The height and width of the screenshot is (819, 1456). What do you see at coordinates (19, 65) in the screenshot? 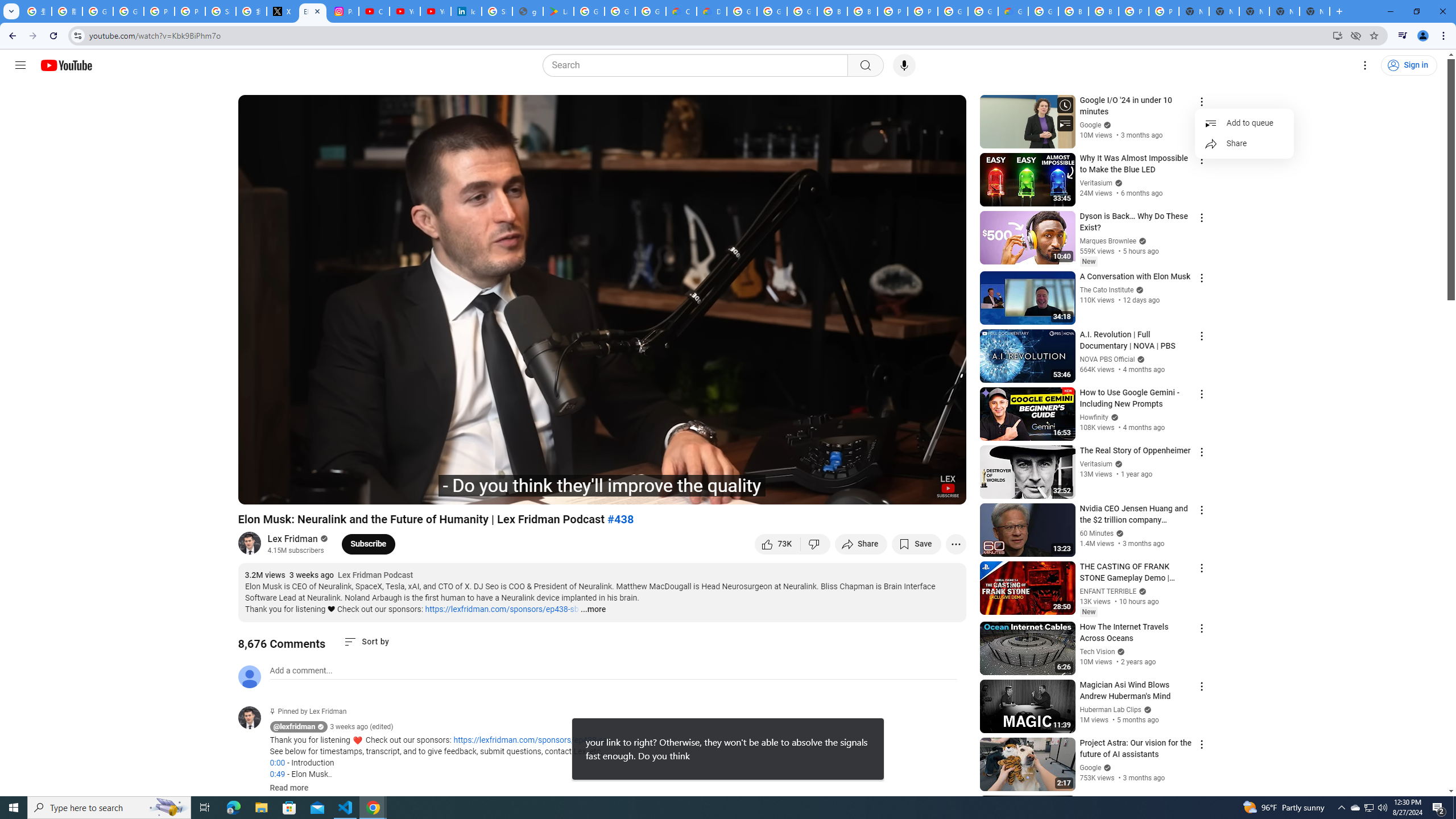
I see `'Guide'` at bounding box center [19, 65].